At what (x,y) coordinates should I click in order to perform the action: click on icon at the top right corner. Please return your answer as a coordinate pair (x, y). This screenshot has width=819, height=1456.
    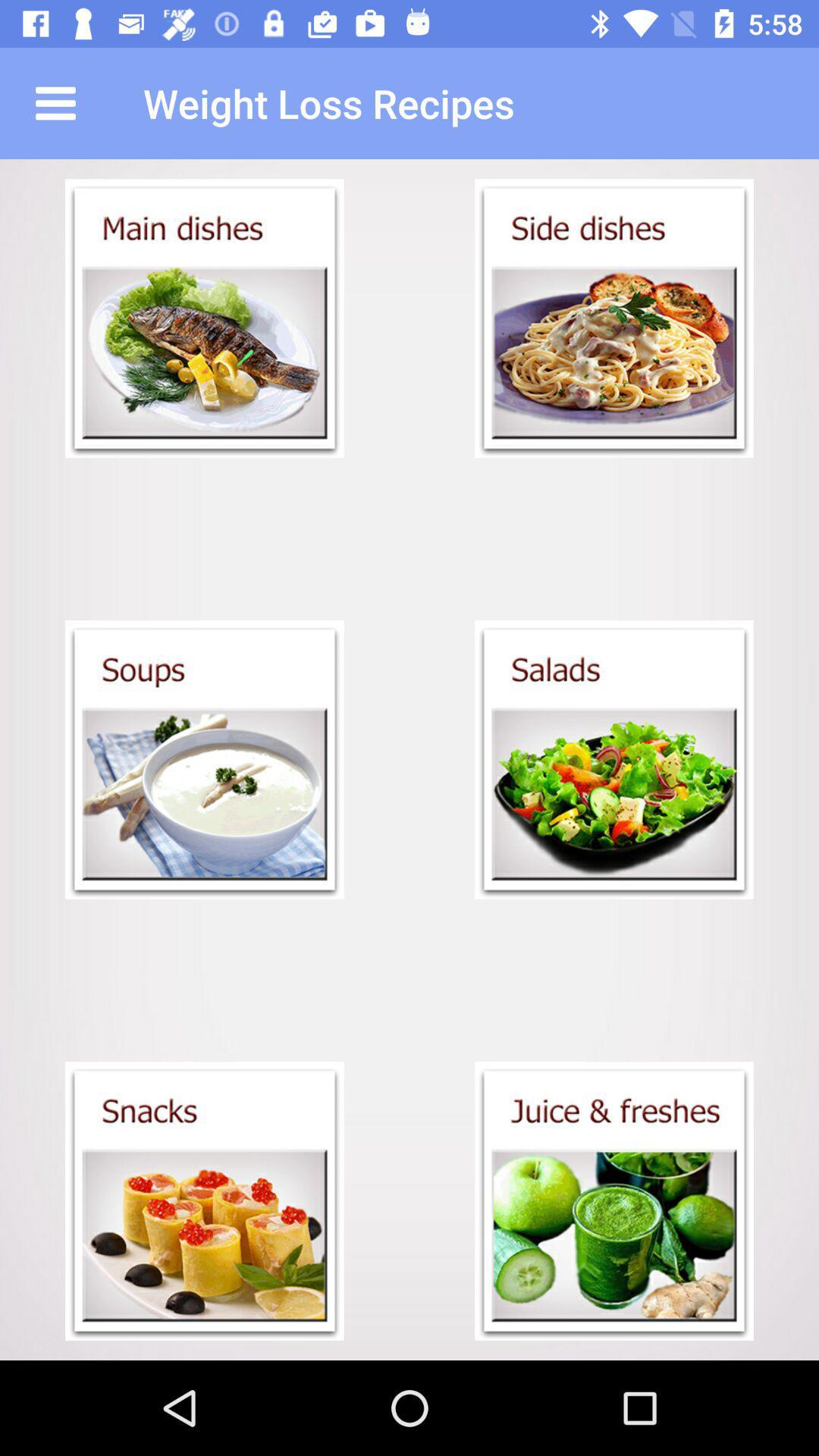
    Looking at the image, I should click on (614, 318).